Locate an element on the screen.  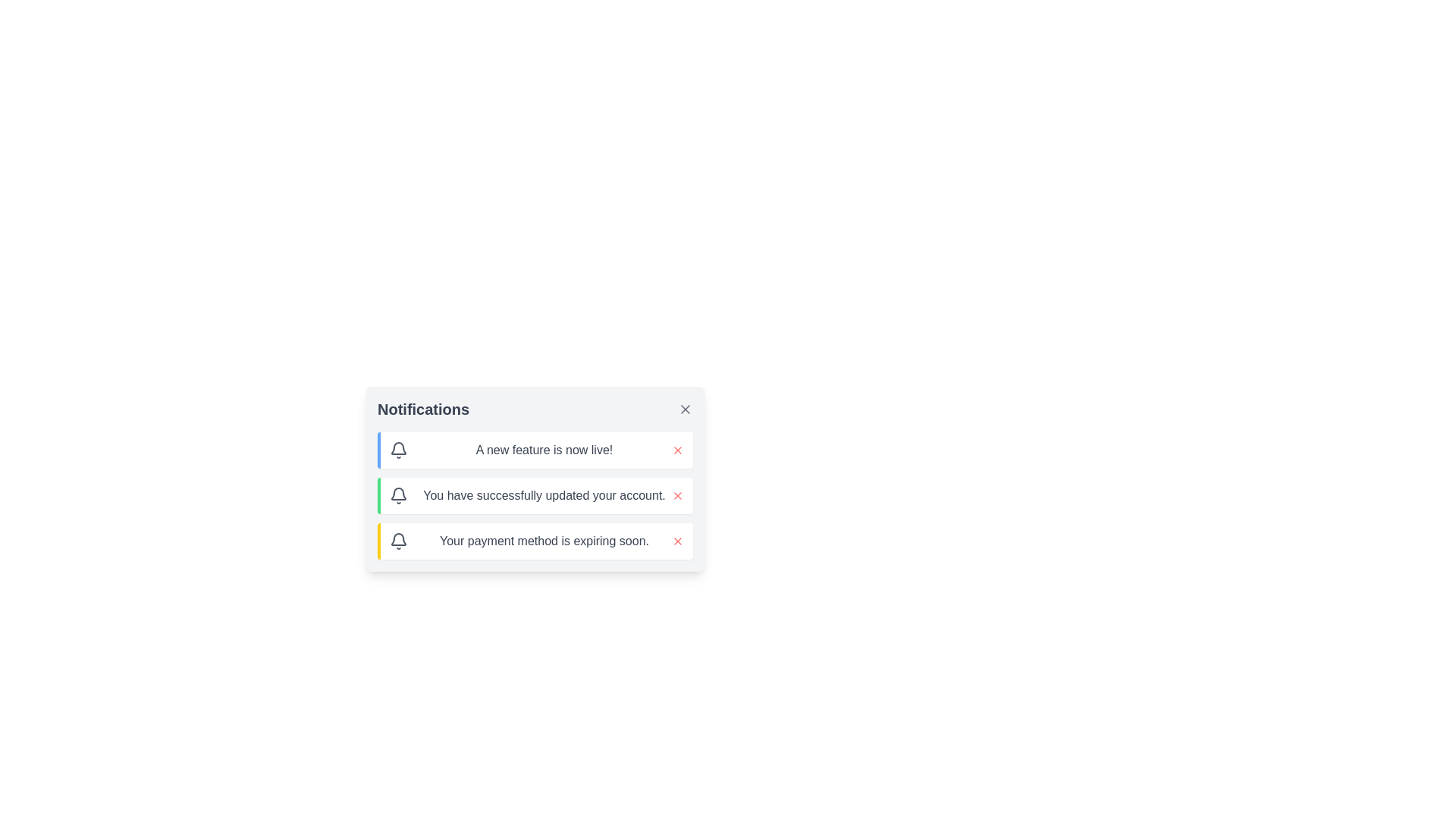
text notification that says 'Your payment method is expiring soon.' from the text label located in the third notification card is located at coordinates (544, 540).